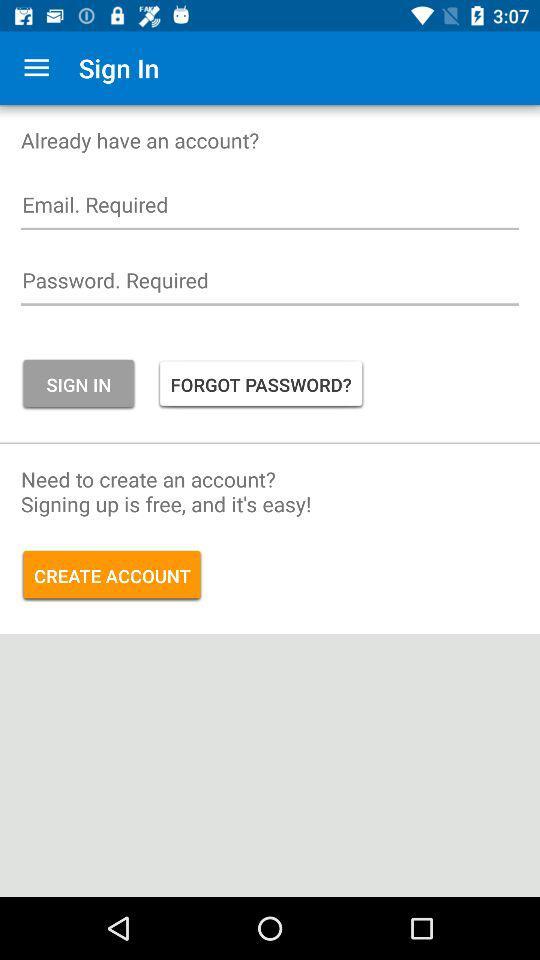 The width and height of the screenshot is (540, 960). Describe the element at coordinates (261, 383) in the screenshot. I see `the item next to sign in item` at that location.